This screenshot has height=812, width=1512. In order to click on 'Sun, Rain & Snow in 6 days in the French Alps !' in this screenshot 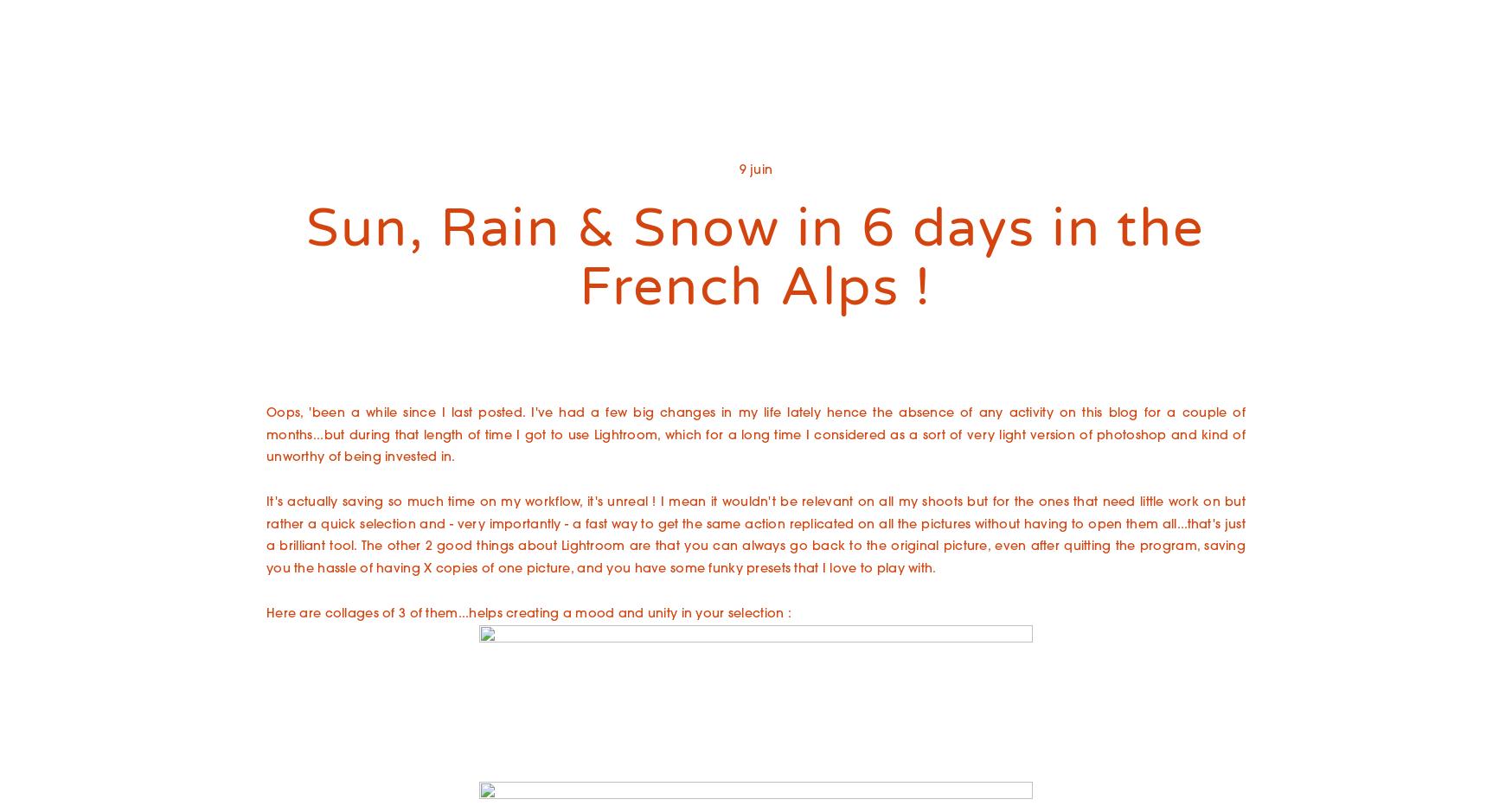, I will do `click(755, 258)`.